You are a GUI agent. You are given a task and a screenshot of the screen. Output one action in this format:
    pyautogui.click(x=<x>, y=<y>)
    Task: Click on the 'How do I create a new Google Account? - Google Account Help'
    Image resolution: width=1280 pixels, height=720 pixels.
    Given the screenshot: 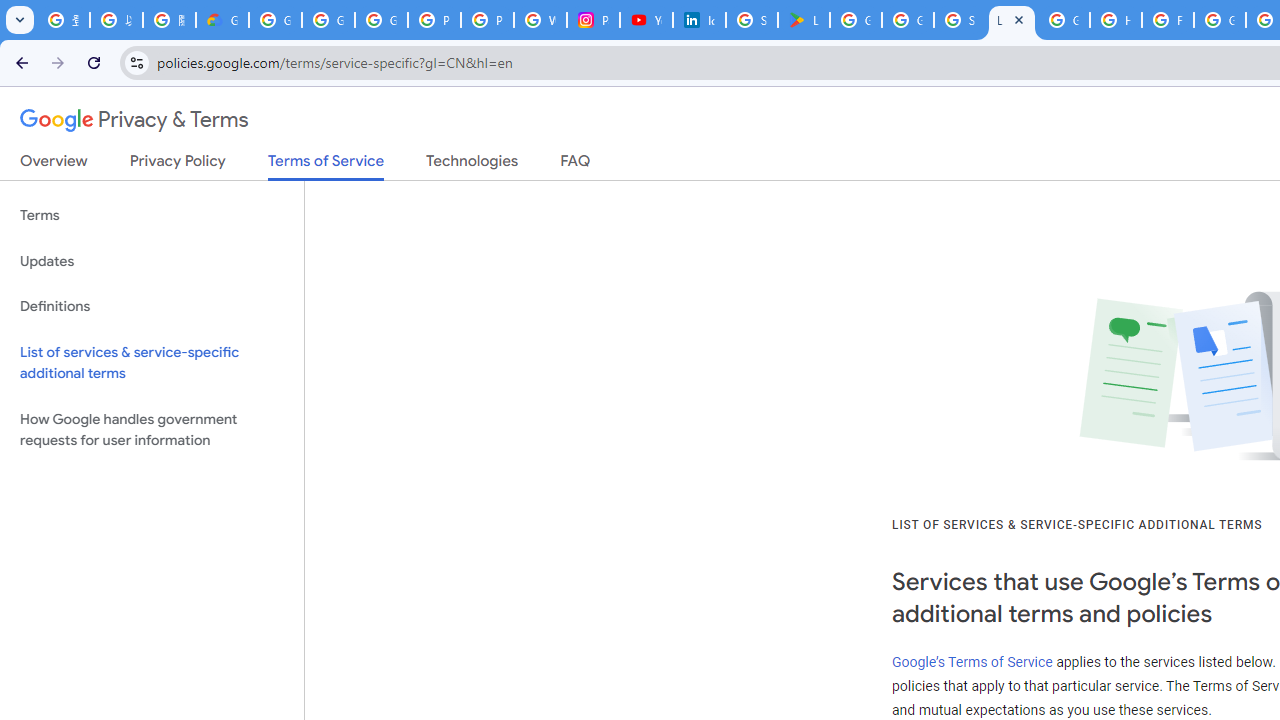 What is the action you would take?
    pyautogui.click(x=1115, y=20)
    